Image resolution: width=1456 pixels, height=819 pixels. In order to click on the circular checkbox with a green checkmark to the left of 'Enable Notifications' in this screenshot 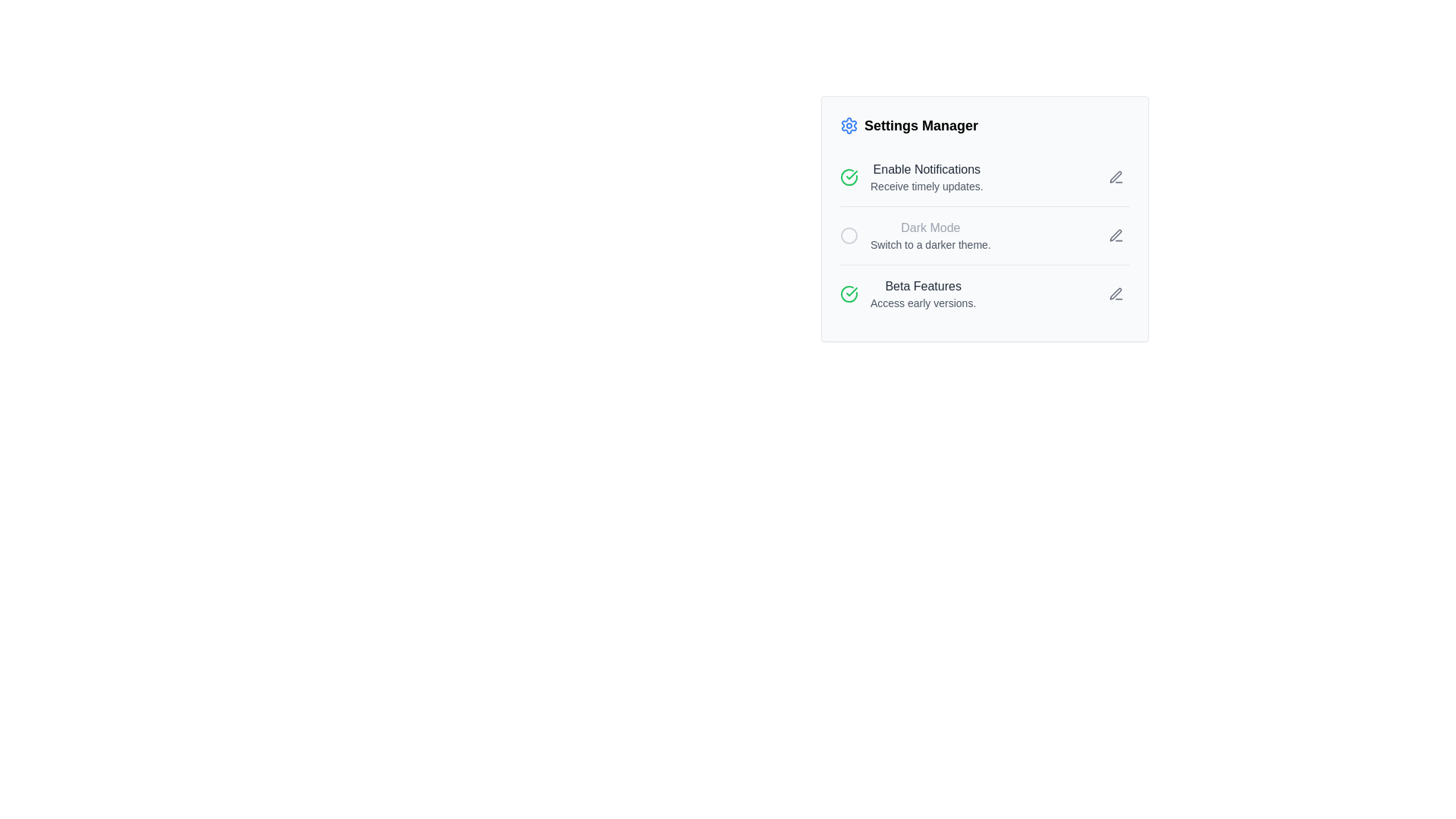, I will do `click(848, 177)`.